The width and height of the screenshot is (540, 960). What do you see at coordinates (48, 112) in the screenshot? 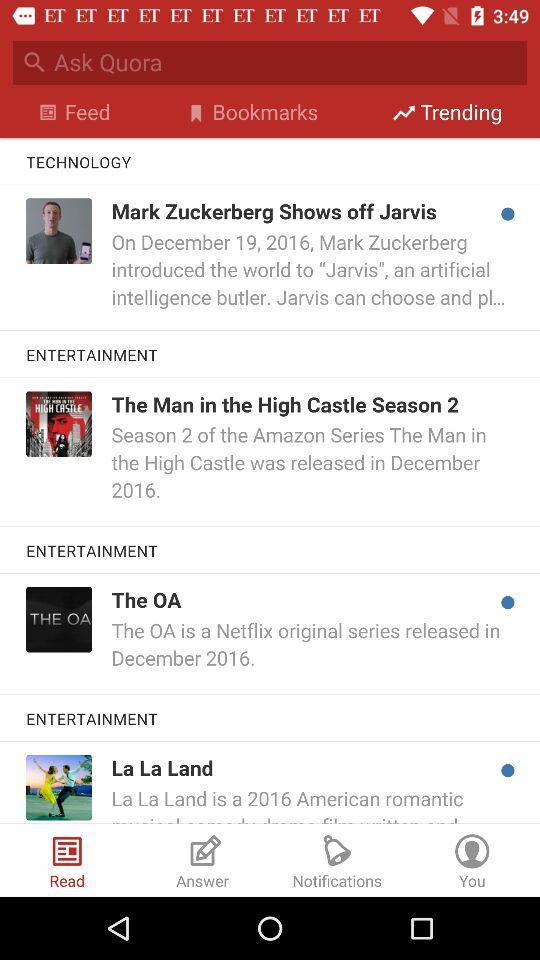
I see `icon which on left to feed` at bounding box center [48, 112].